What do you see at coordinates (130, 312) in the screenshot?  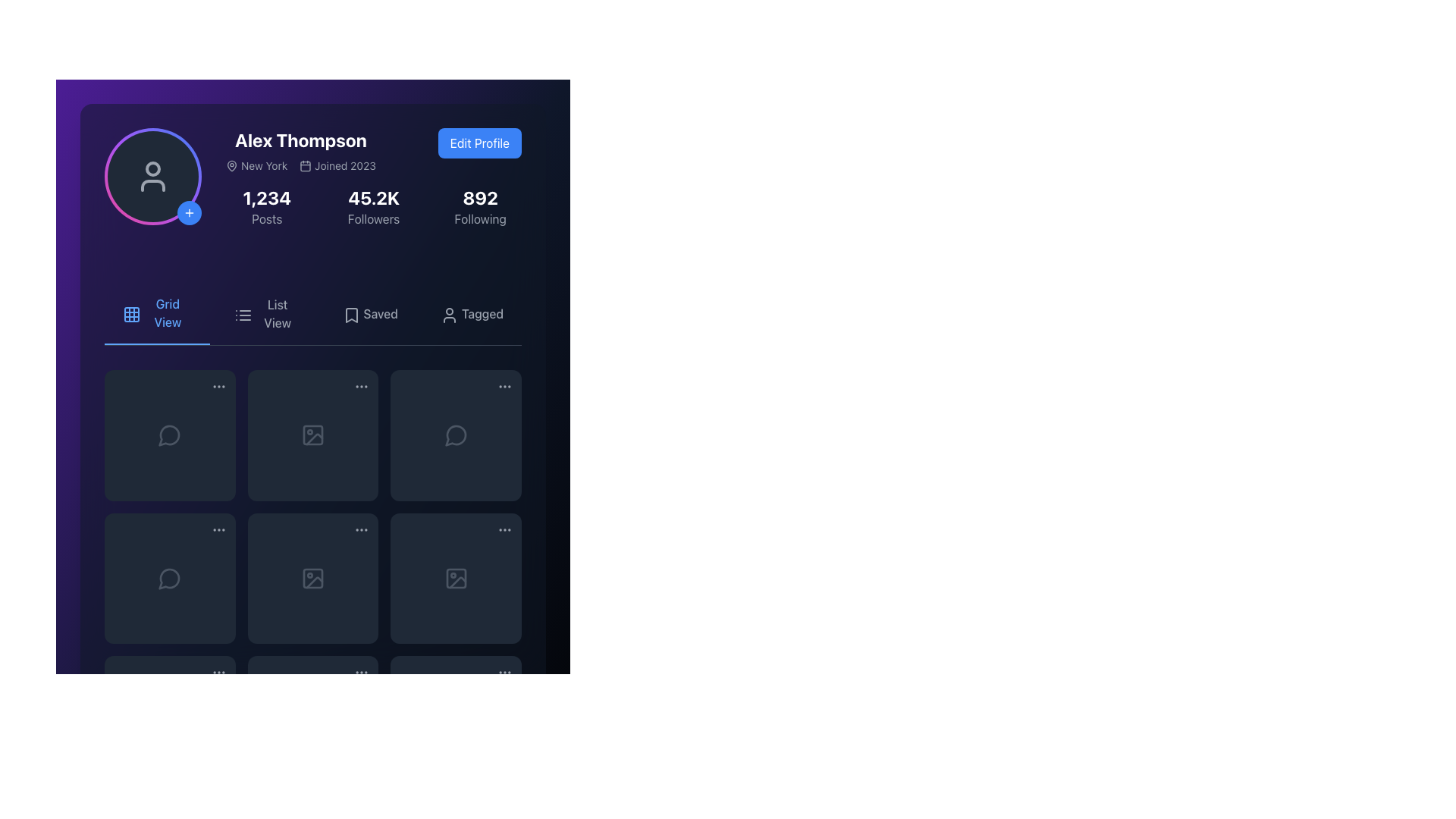 I see `the grid layout icon button, which is a small icon with nine squares representing a 3x3 grid, located to the left of the 'Grid View' text in the navigation component` at bounding box center [130, 312].